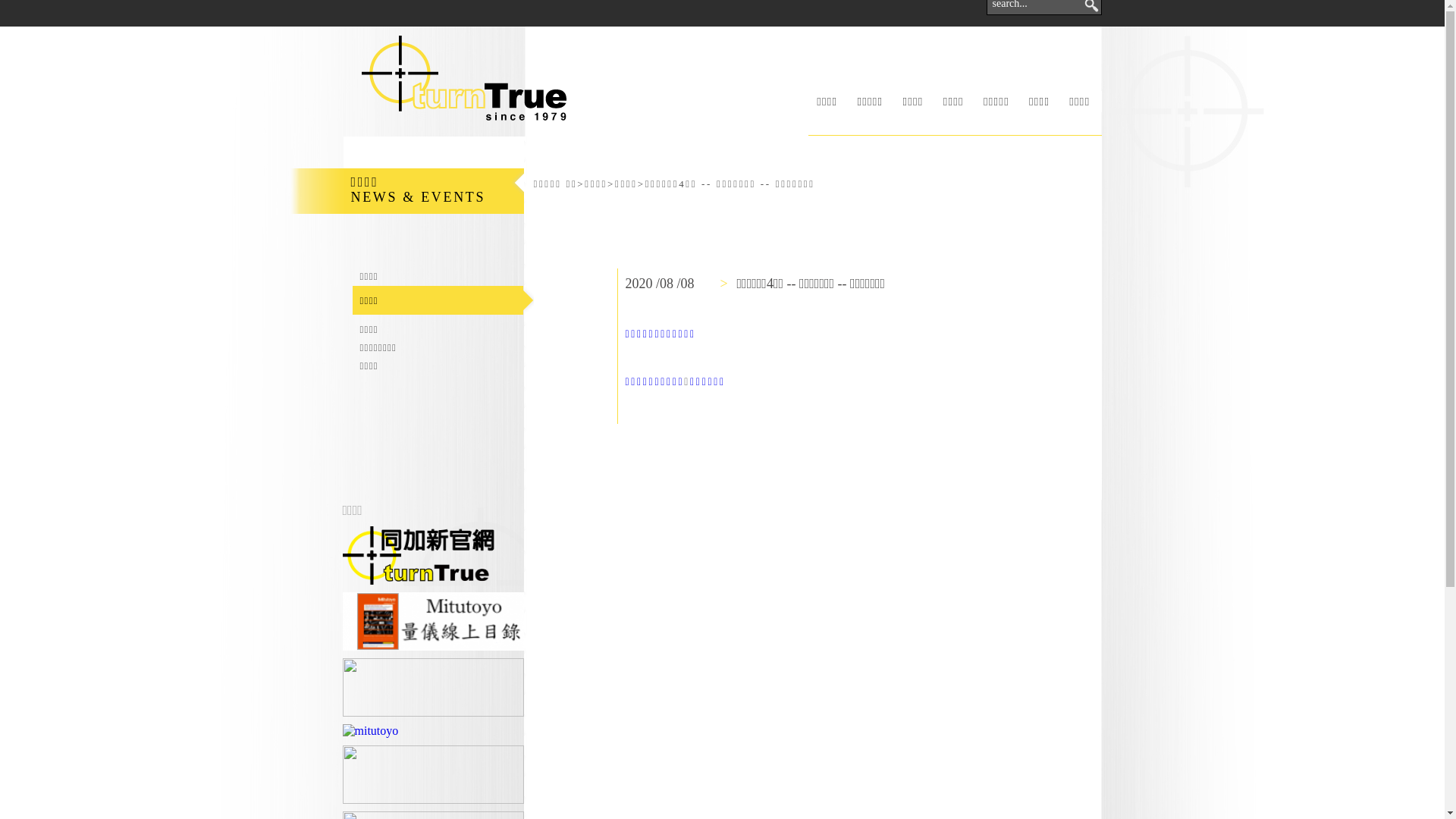  Describe the element at coordinates (371, 730) in the screenshot. I see `'mitutoyo'` at that location.